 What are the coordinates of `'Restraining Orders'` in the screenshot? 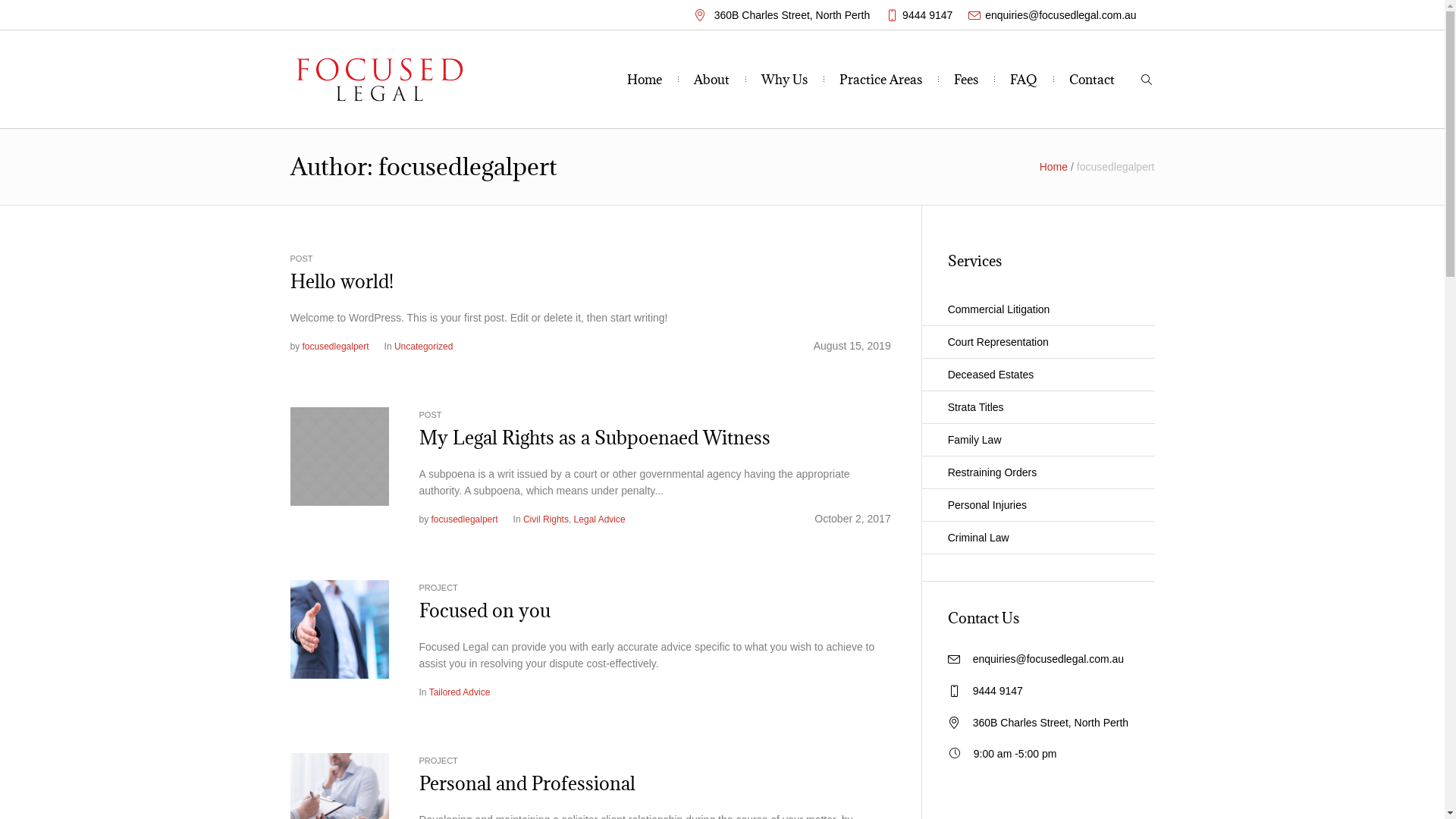 It's located at (1037, 472).